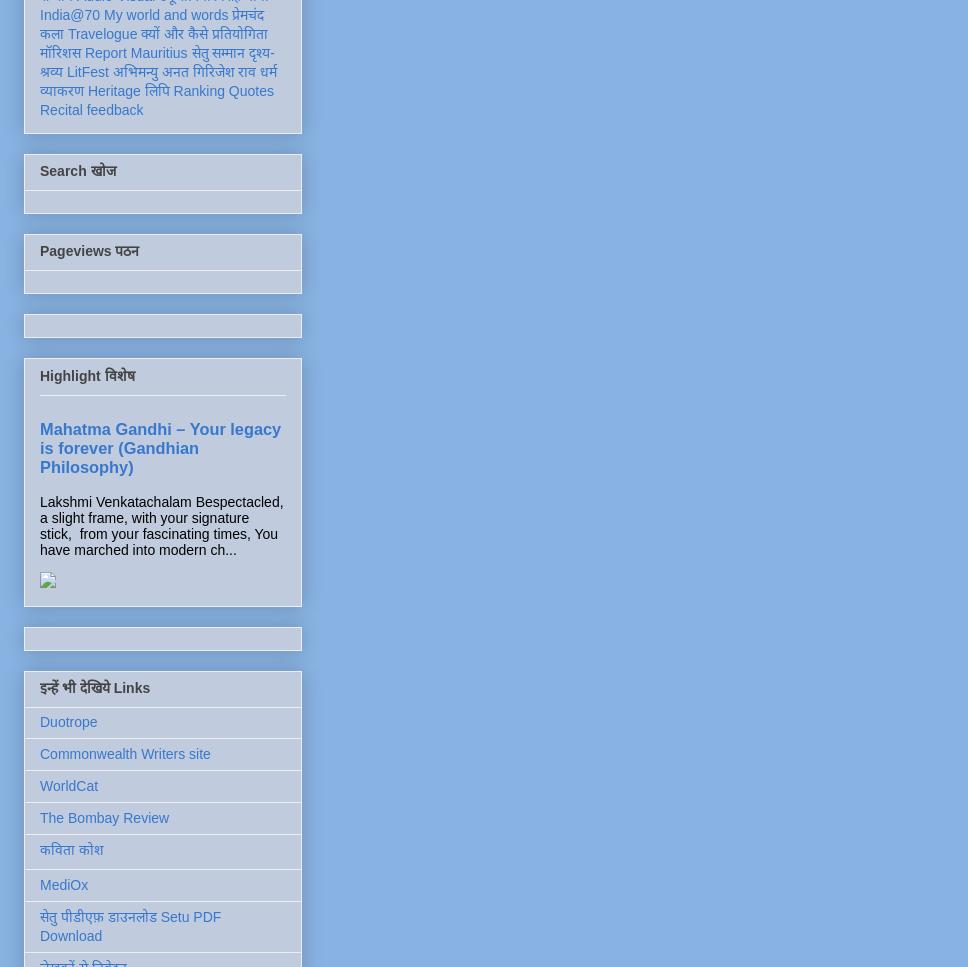 The height and width of the screenshot is (967, 968). Describe the element at coordinates (94, 686) in the screenshot. I see `'इन्हें भी देखिये Links'` at that location.